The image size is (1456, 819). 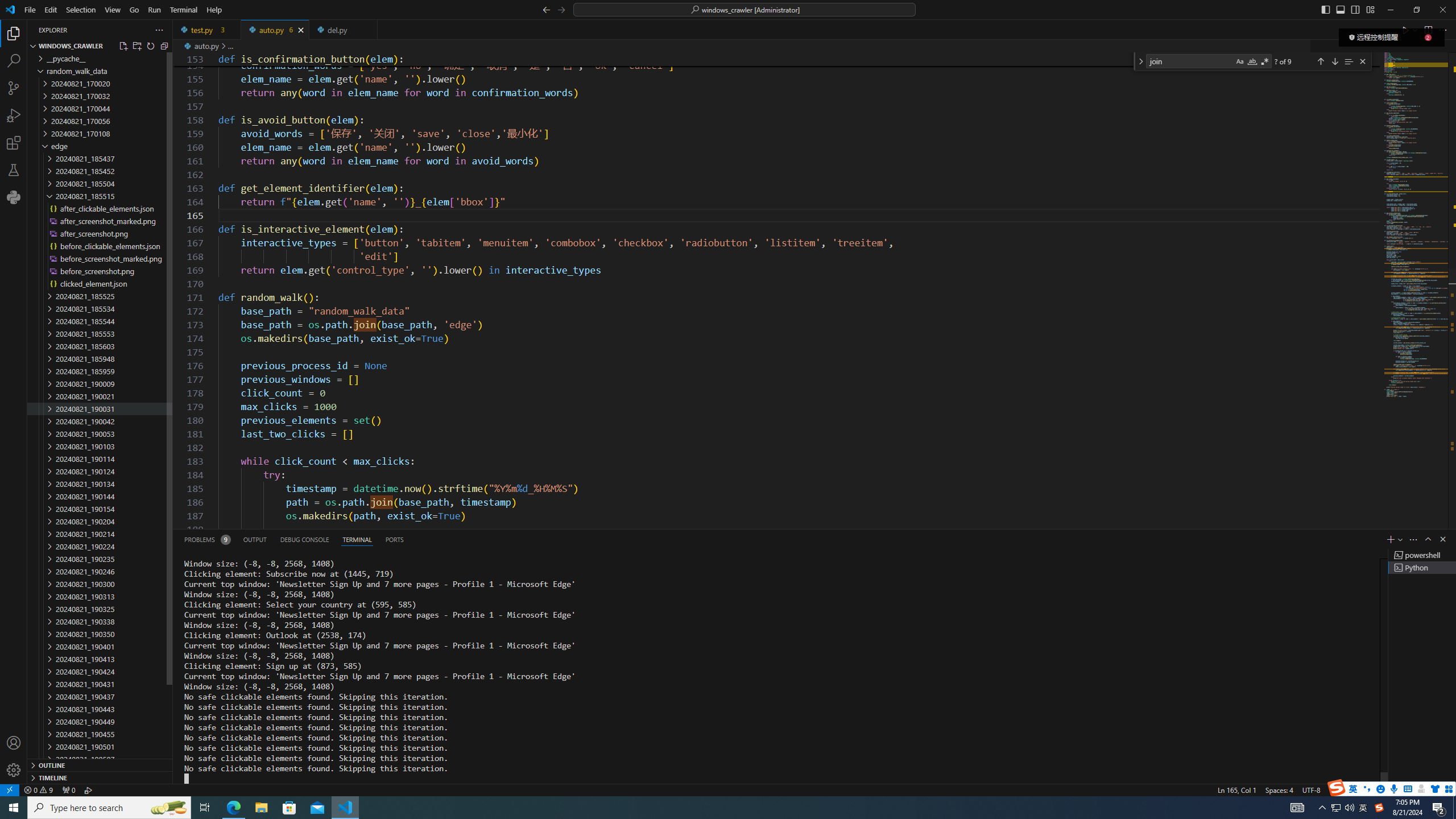 I want to click on 'Go Back (Alt+LeftArrow)', so click(x=547, y=9).